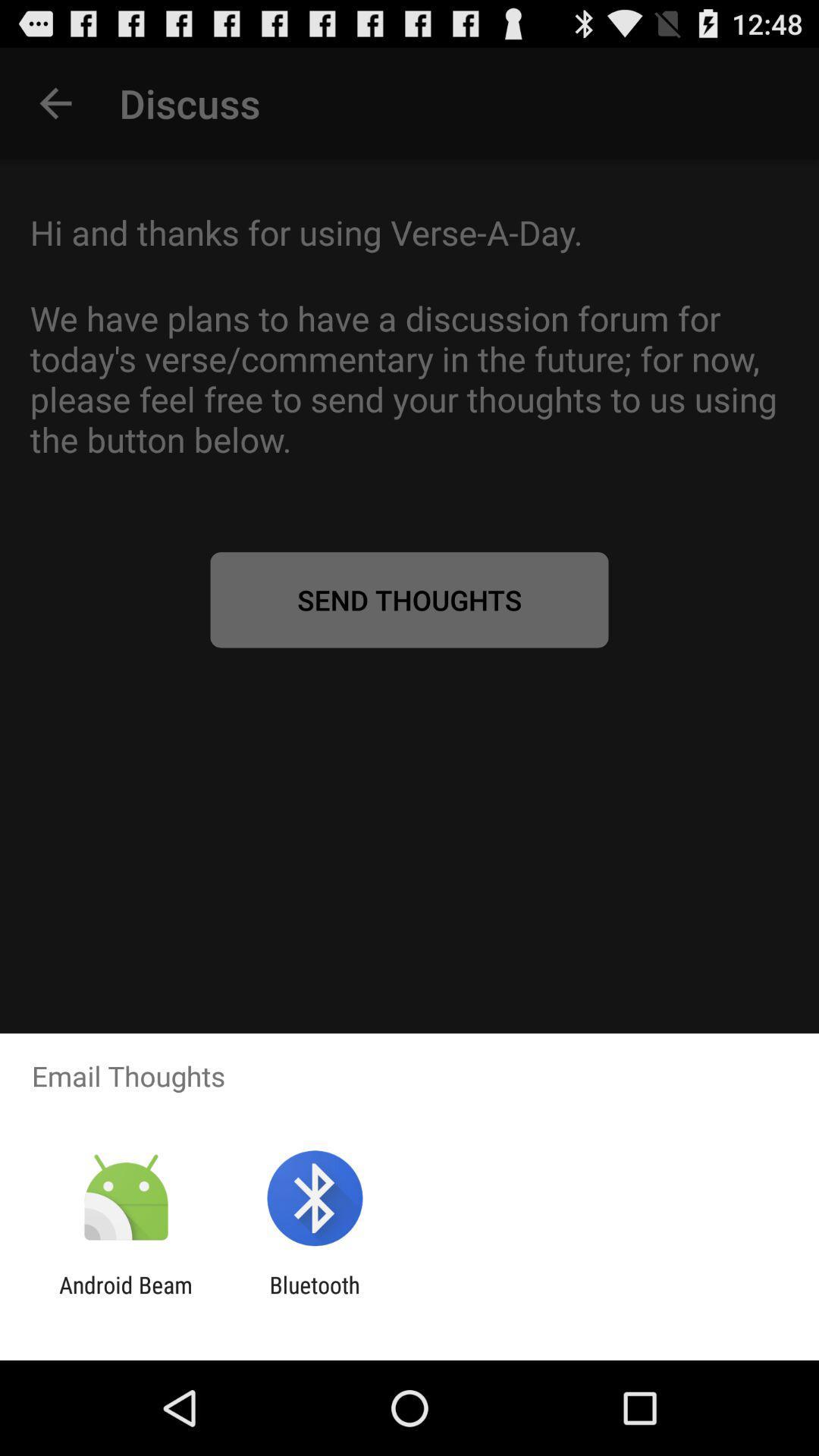  I want to click on icon next to the bluetooth icon, so click(125, 1298).